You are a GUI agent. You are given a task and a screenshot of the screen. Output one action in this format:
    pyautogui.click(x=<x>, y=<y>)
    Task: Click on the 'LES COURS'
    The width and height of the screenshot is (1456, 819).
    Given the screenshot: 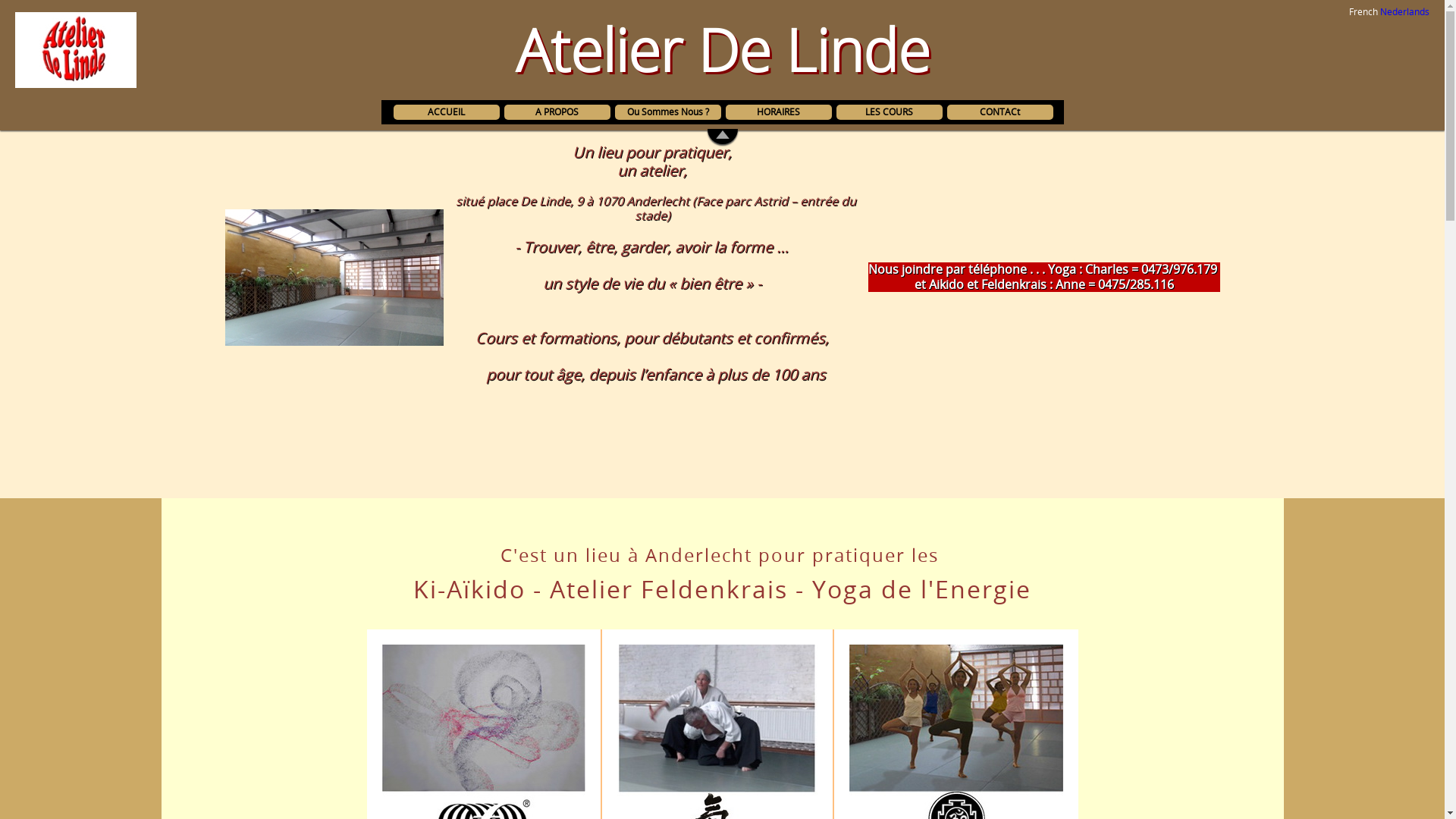 What is the action you would take?
    pyautogui.click(x=888, y=110)
    